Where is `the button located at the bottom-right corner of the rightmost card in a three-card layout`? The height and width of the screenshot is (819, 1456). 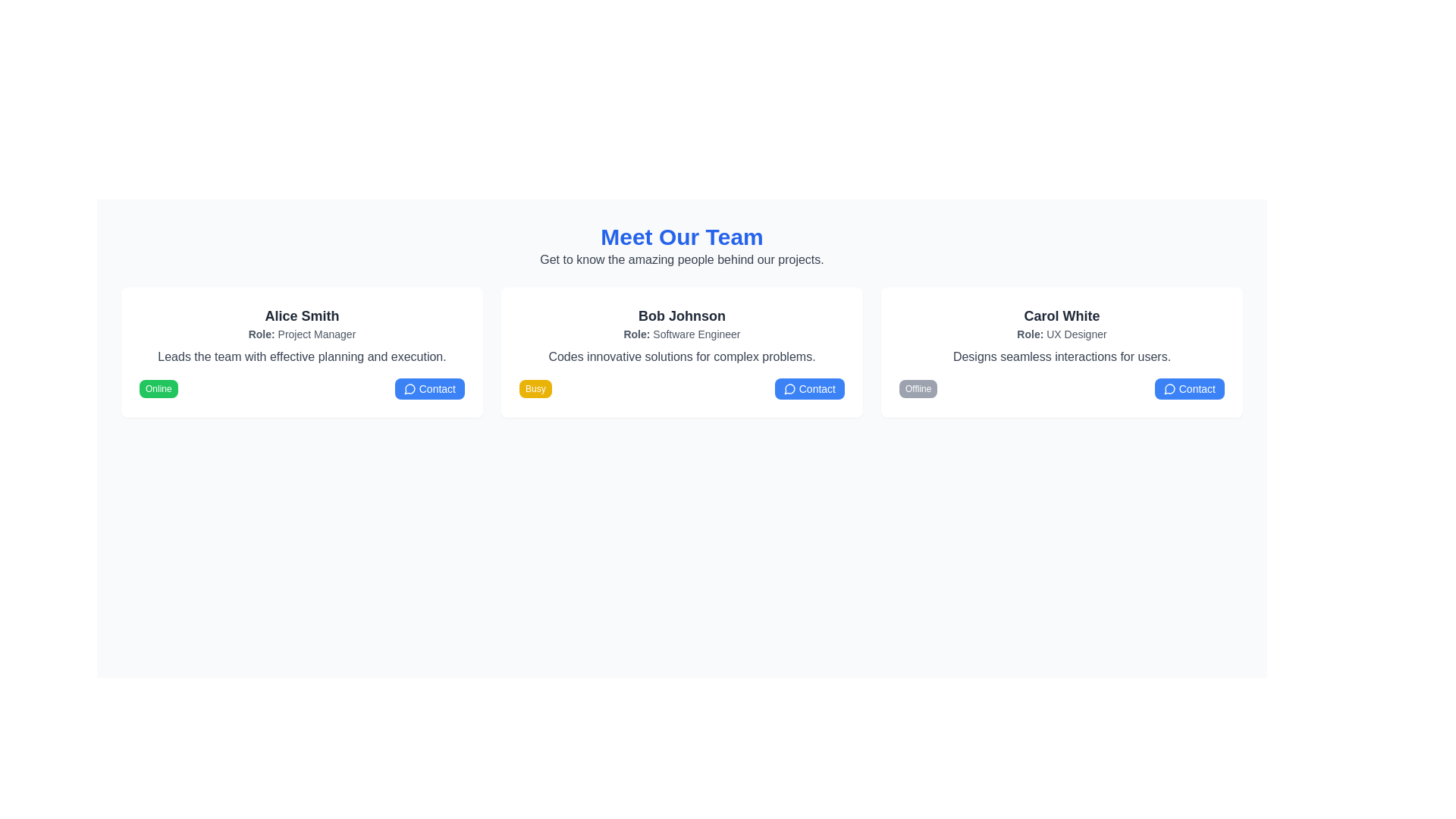
the button located at the bottom-right corner of the rightmost card in a three-card layout is located at coordinates (1188, 388).